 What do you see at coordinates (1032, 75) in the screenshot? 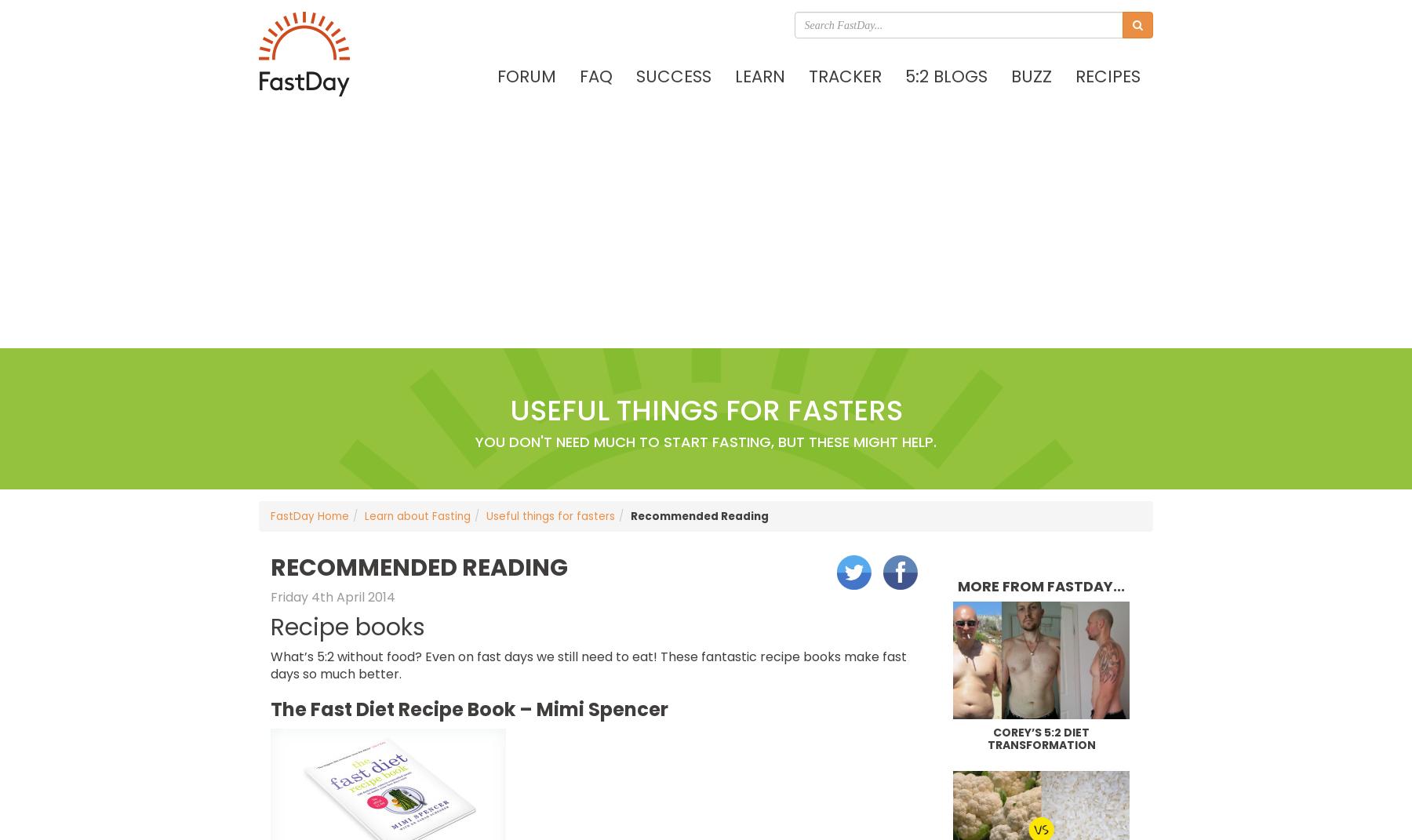
I see `'Buzz'` at bounding box center [1032, 75].